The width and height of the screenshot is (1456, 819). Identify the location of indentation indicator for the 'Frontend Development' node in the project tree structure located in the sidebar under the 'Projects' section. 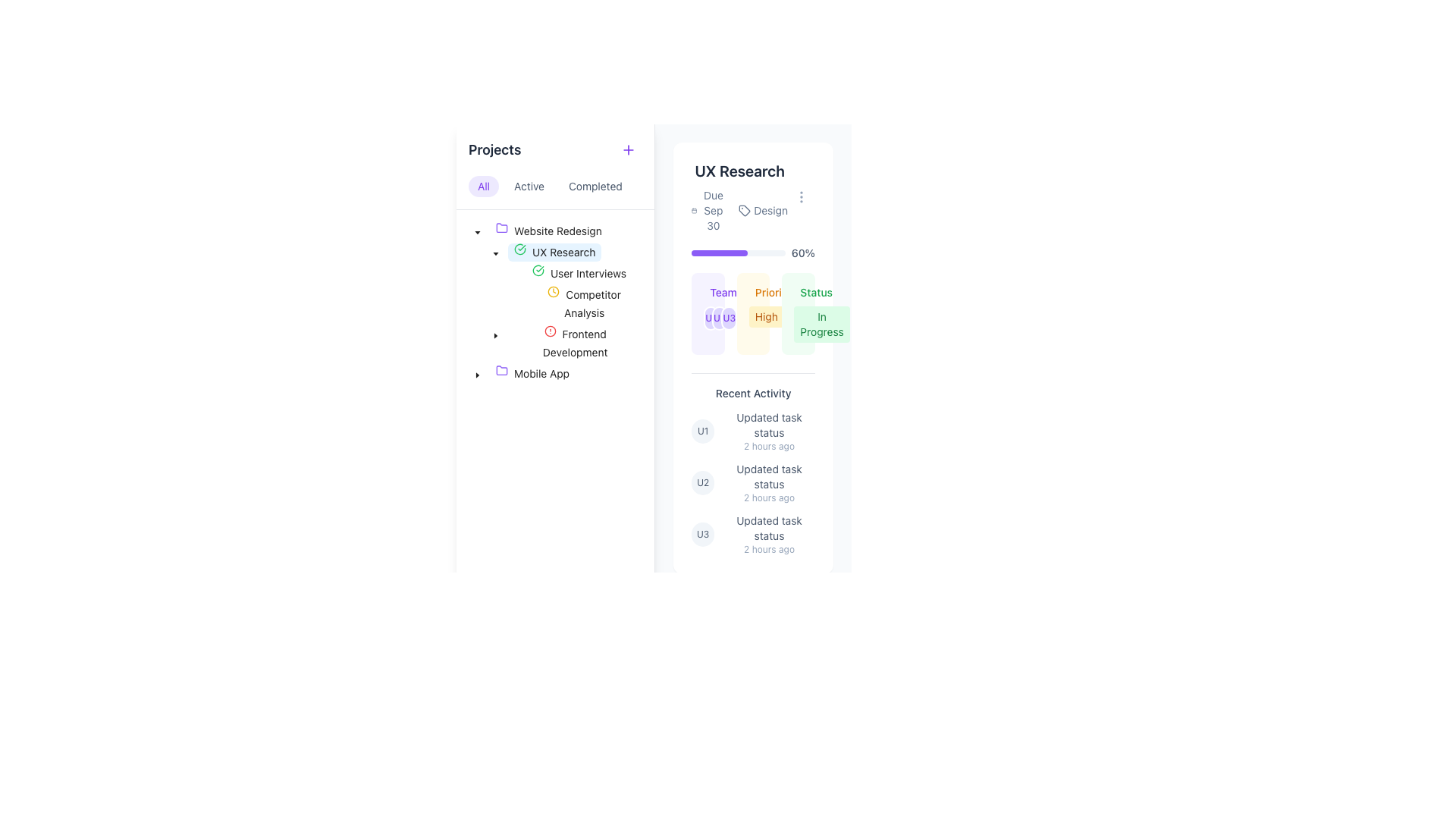
(476, 343).